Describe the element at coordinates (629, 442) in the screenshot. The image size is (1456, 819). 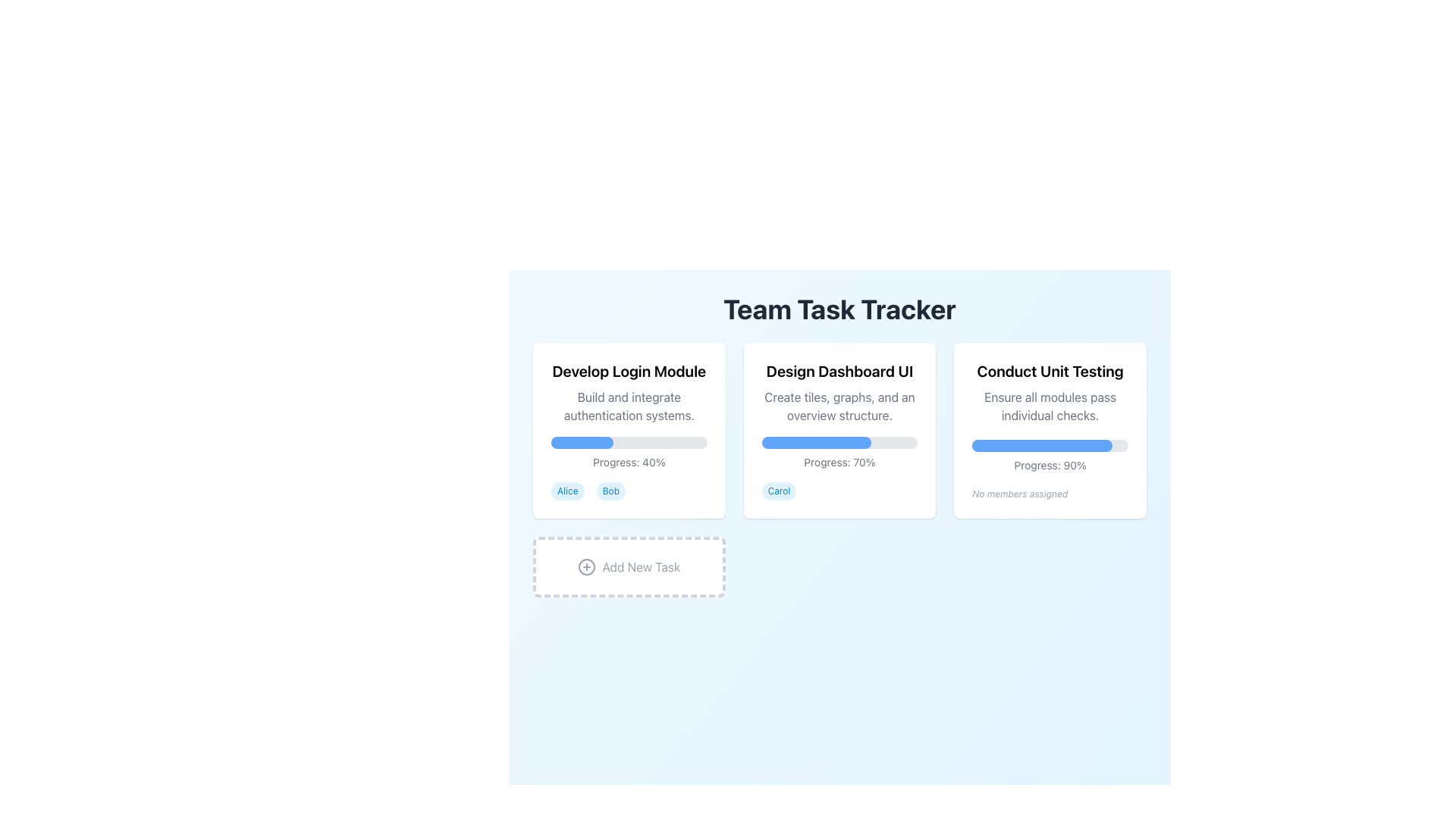
I see `the completion status visually represented by the Progress Bar for the 'Develop Login Module' task, indicating 40% completion` at that location.